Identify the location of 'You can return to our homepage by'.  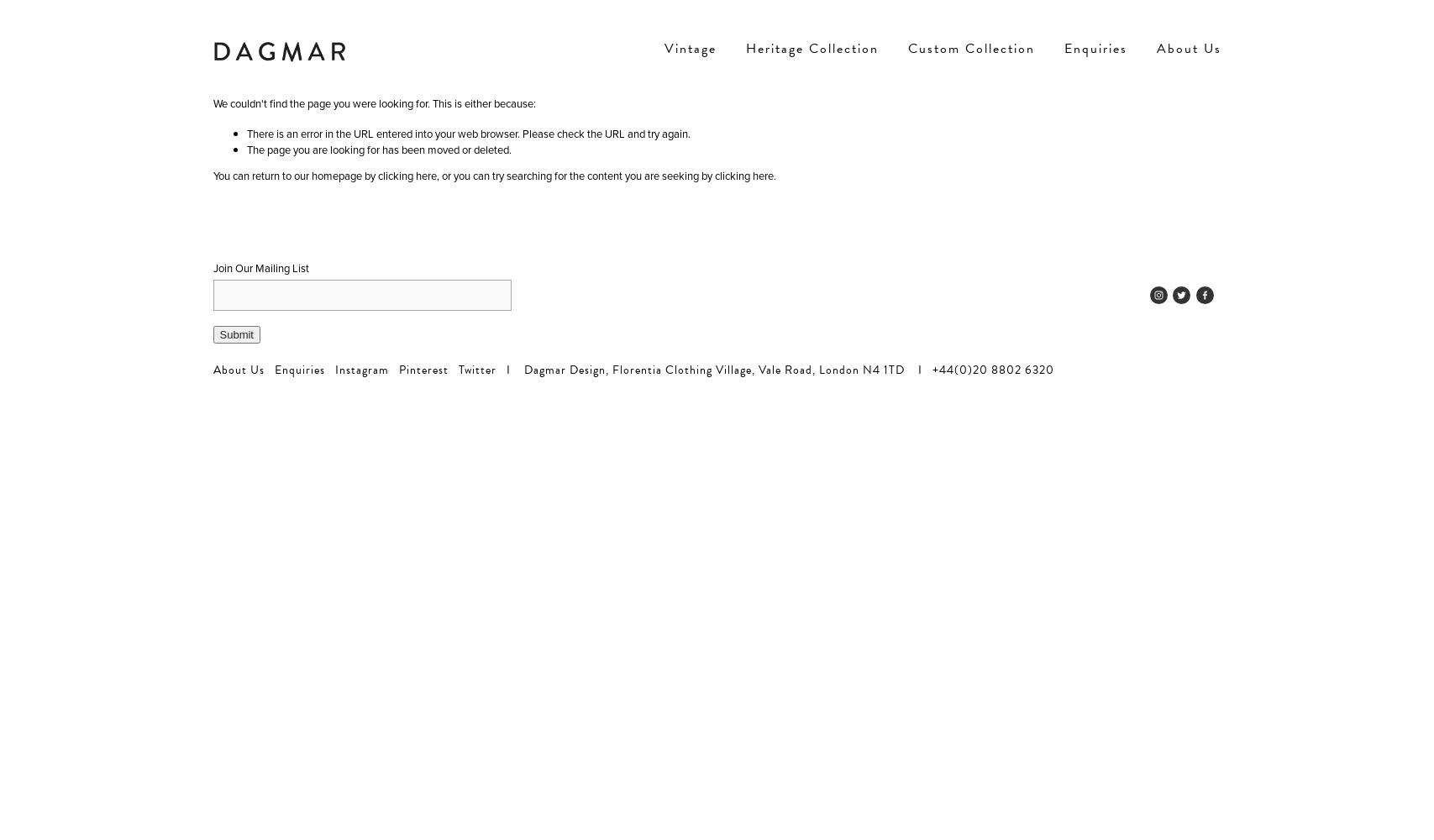
(294, 174).